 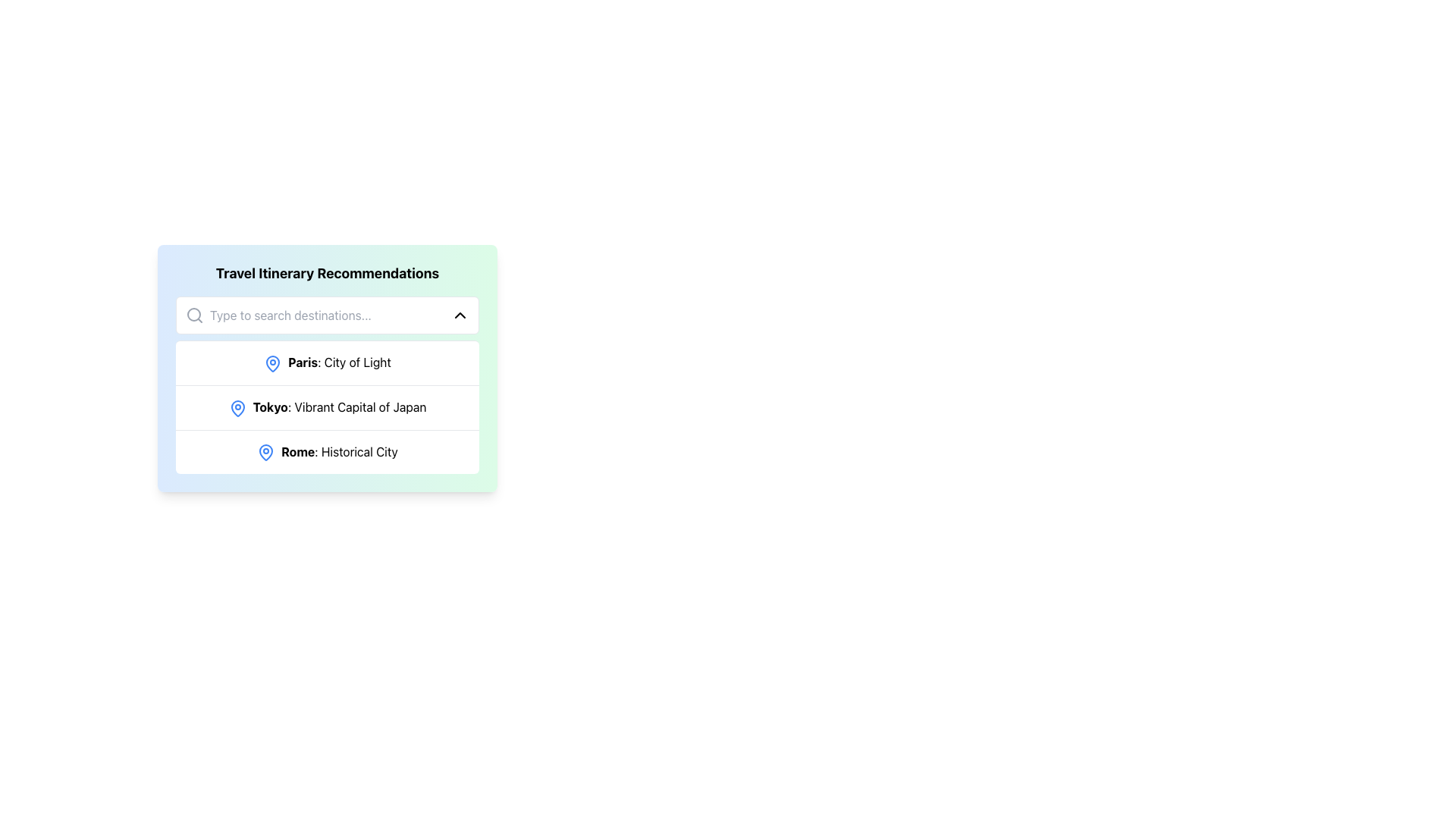 I want to click on the Circle (SVG Element) within the search icon located to the left of the search bar in the user interface, so click(x=193, y=314).